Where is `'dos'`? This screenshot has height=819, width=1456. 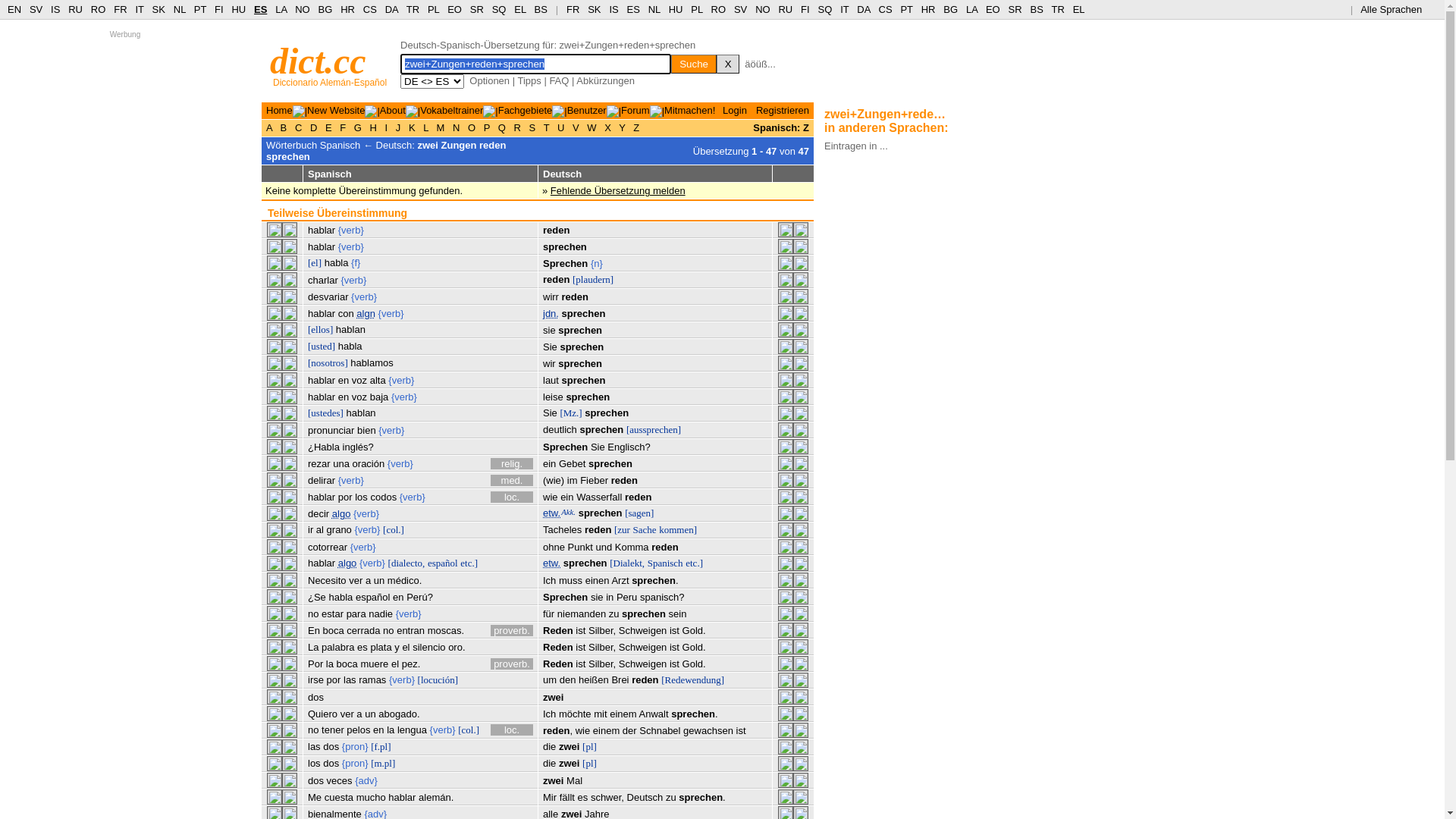 'dos' is located at coordinates (330, 745).